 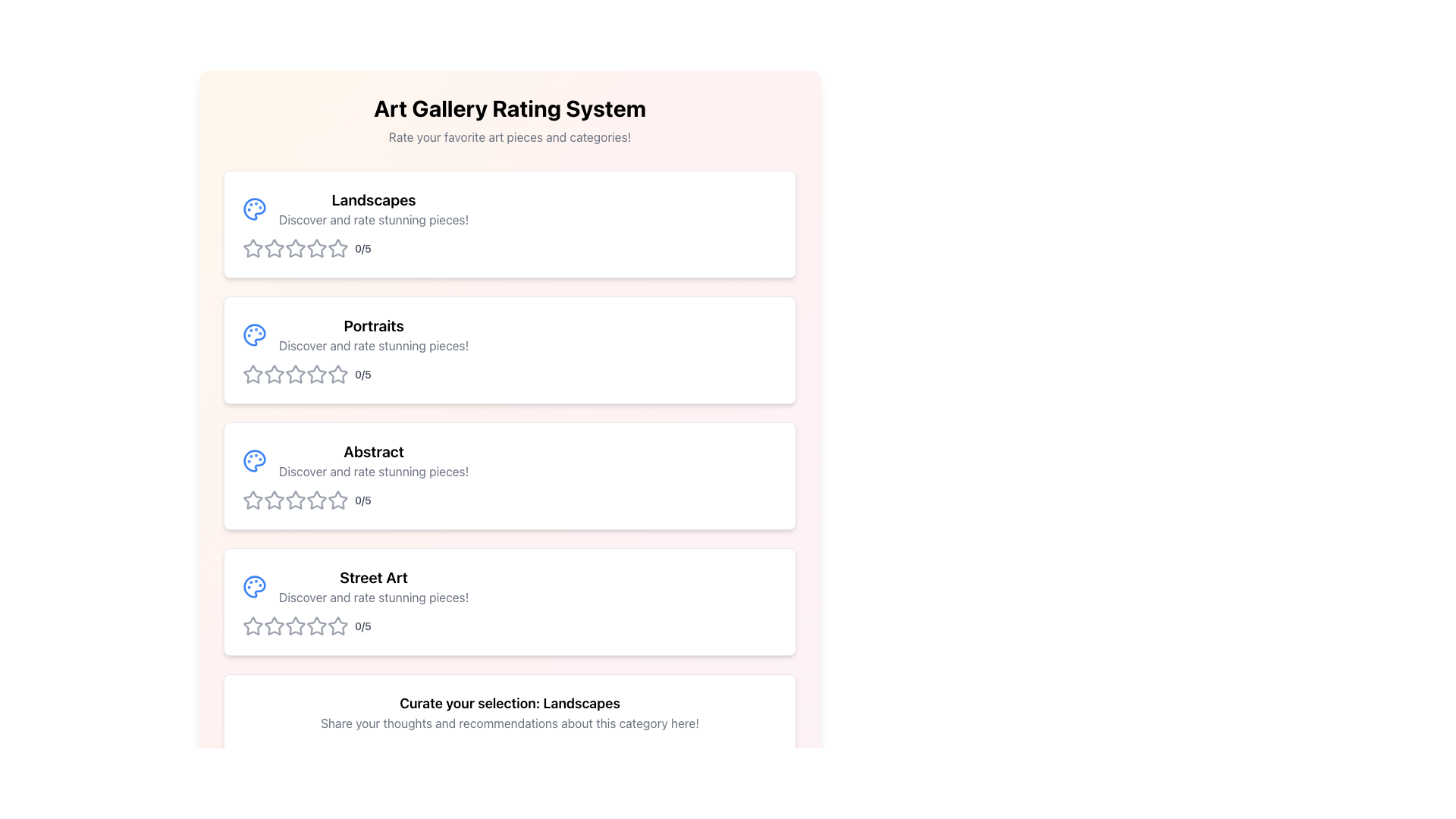 I want to click on the descriptive text snippet that says 'Discover and rate stunning pieces!' located beneath the title 'Landscapes' in the topmost card of the list, so click(x=374, y=219).